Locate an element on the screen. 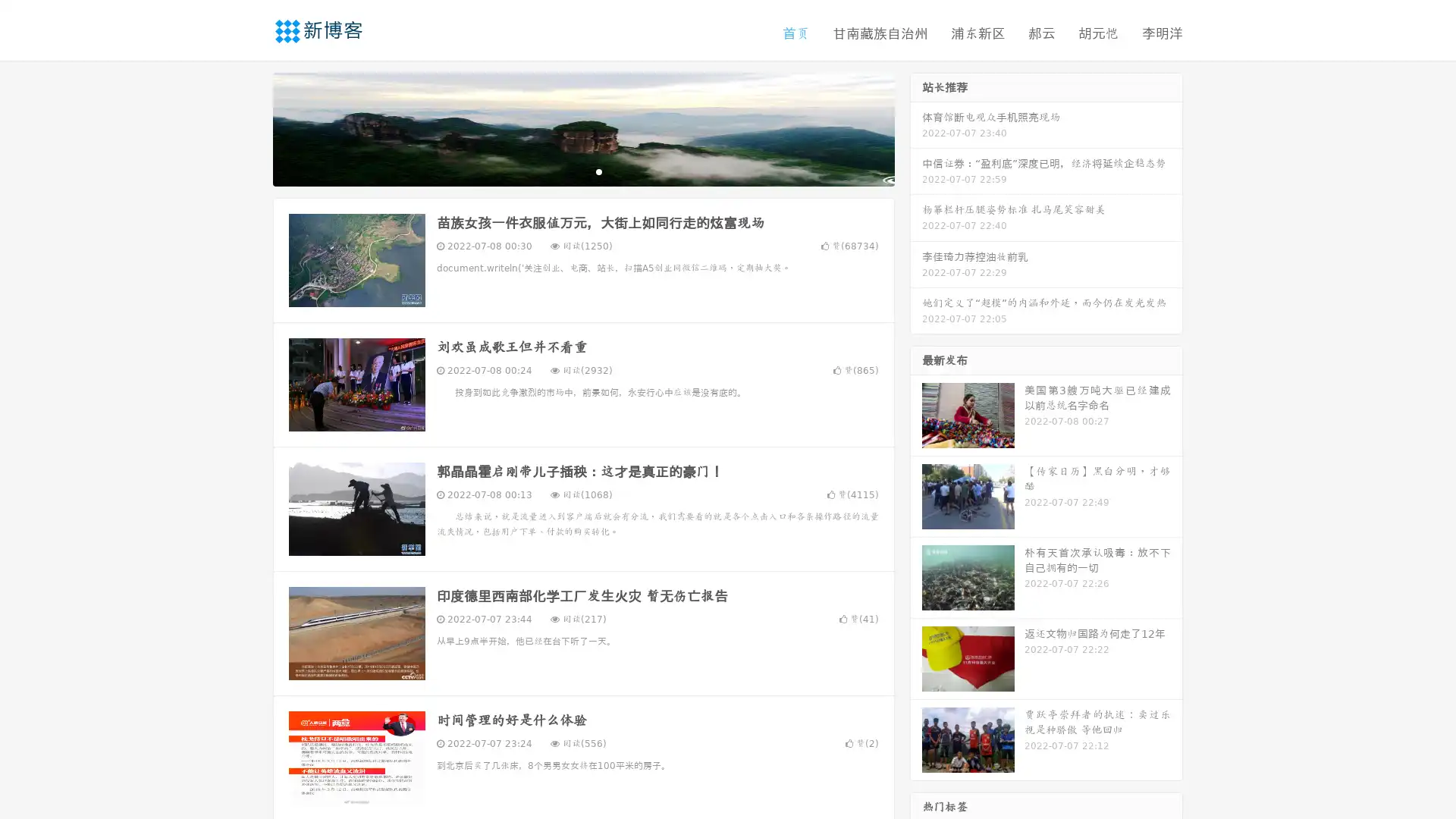  Go to slide 3 is located at coordinates (598, 171).